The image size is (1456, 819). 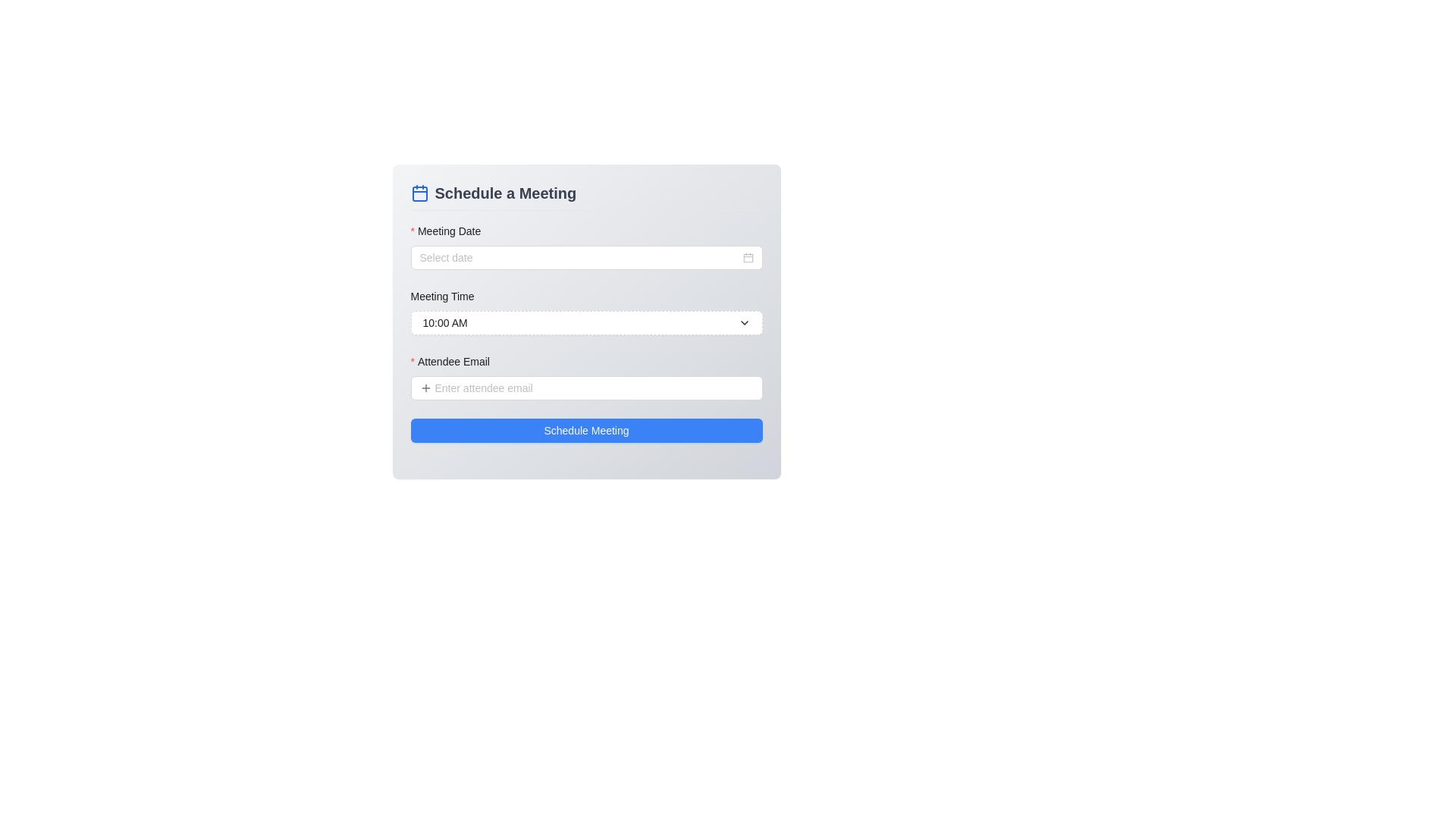 I want to click on the Date-picker input field located in the 'Schedule a Meeting' form under the 'Meeting Date' section, so click(x=585, y=256).